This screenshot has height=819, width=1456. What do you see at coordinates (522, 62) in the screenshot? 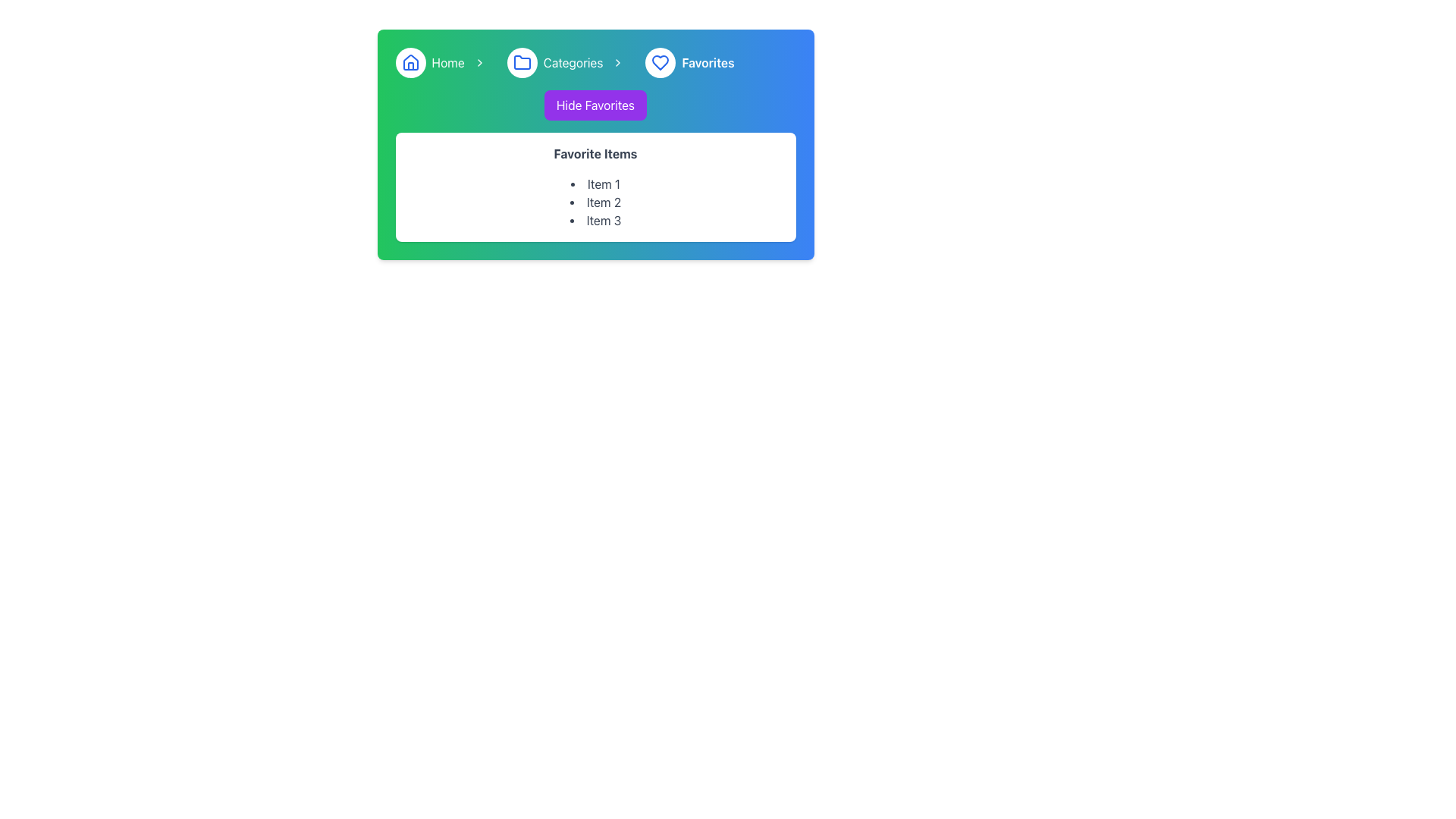
I see `the folder icon located in the navigation header, positioned between the 'Home' and 'Favorites' icons` at bounding box center [522, 62].